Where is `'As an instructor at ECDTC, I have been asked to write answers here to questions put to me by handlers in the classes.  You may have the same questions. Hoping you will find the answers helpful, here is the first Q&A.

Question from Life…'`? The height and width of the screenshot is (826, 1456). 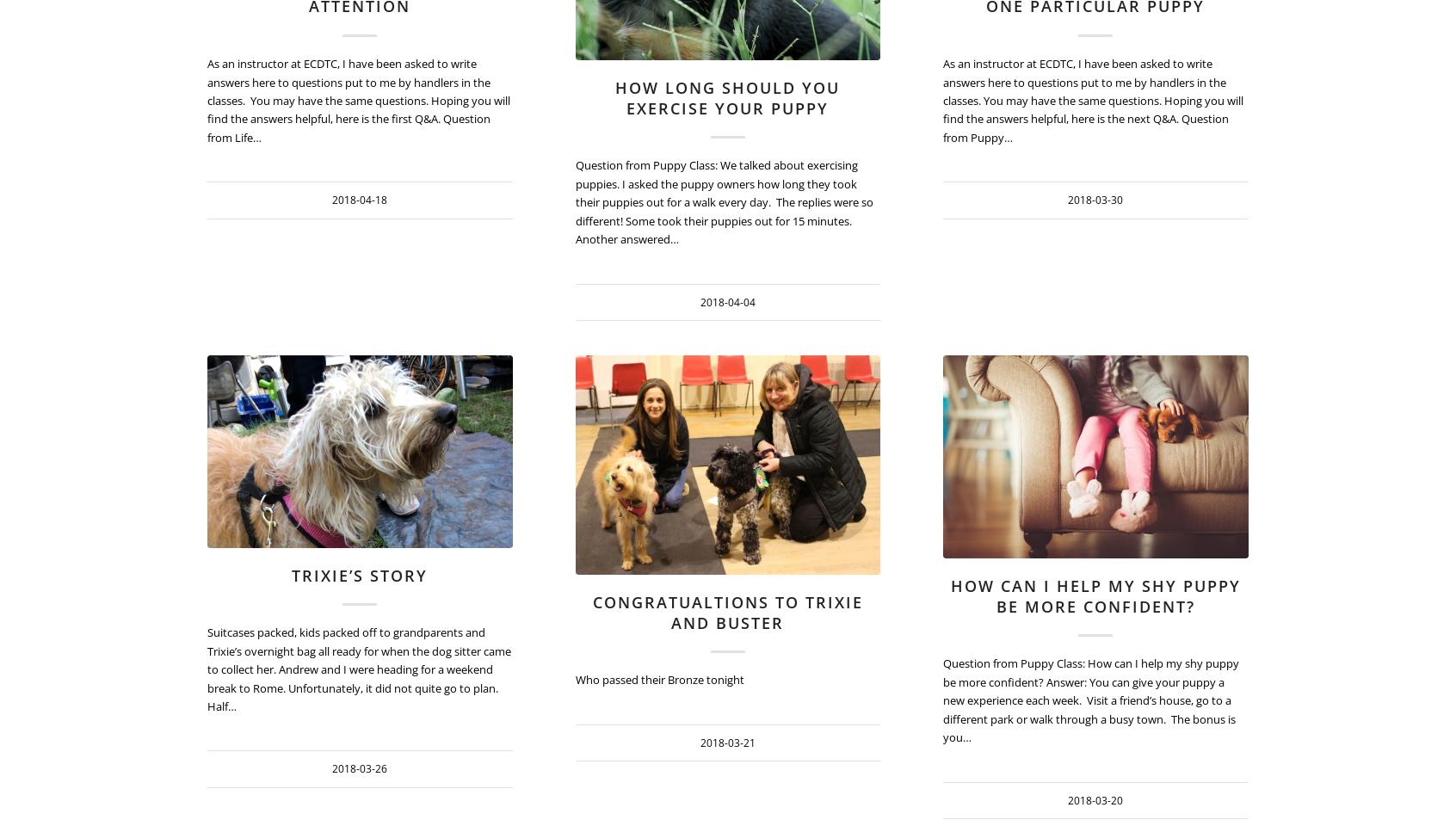 'As an instructor at ECDTC, I have been asked to write answers here to questions put to me by handlers in the classes.  You may have the same questions. Hoping you will find the answers helpful, here is the first Q&A.

Question from Life…' is located at coordinates (359, 100).